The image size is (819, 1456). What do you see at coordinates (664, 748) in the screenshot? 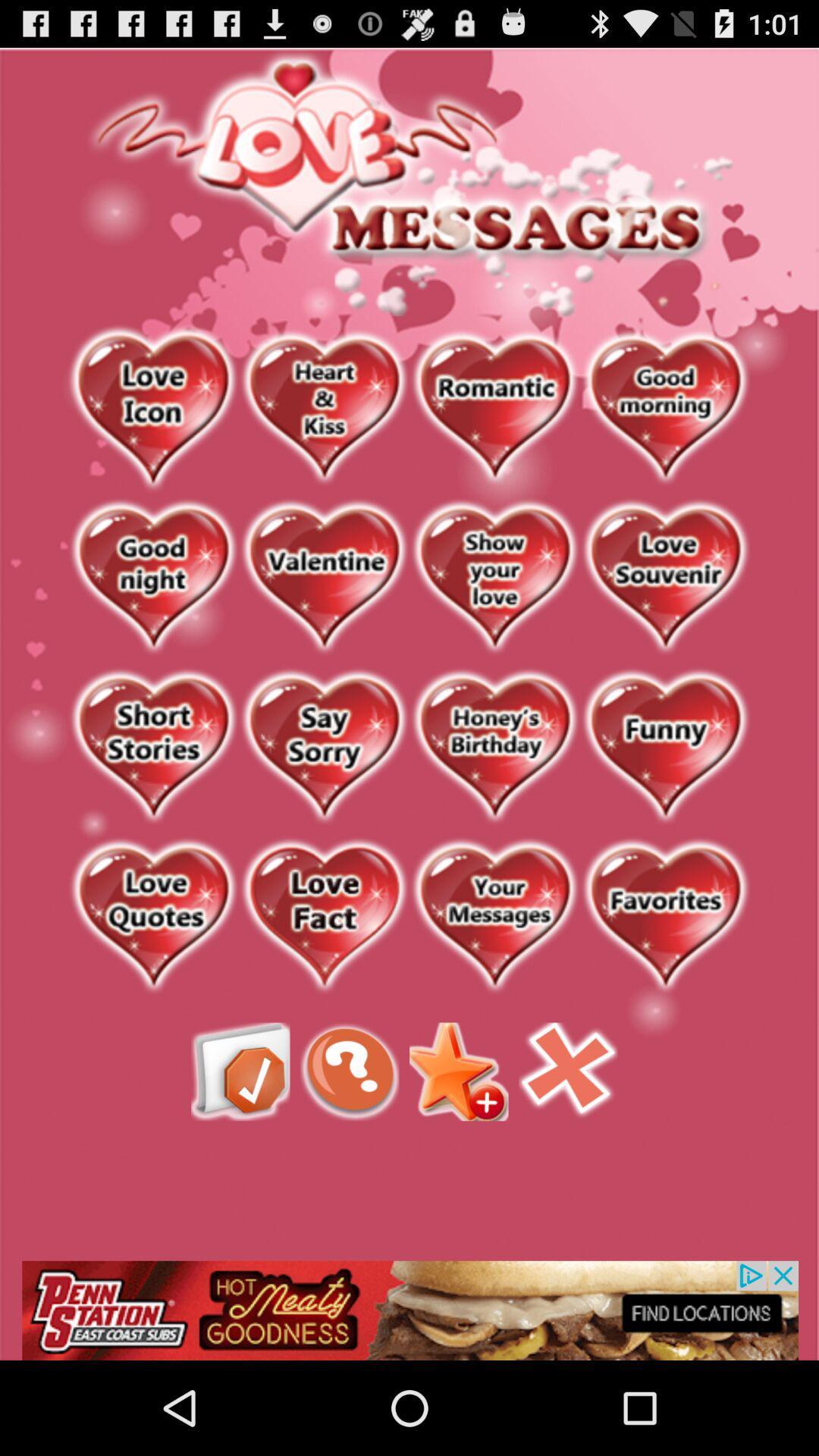
I see `see funny messages` at bounding box center [664, 748].